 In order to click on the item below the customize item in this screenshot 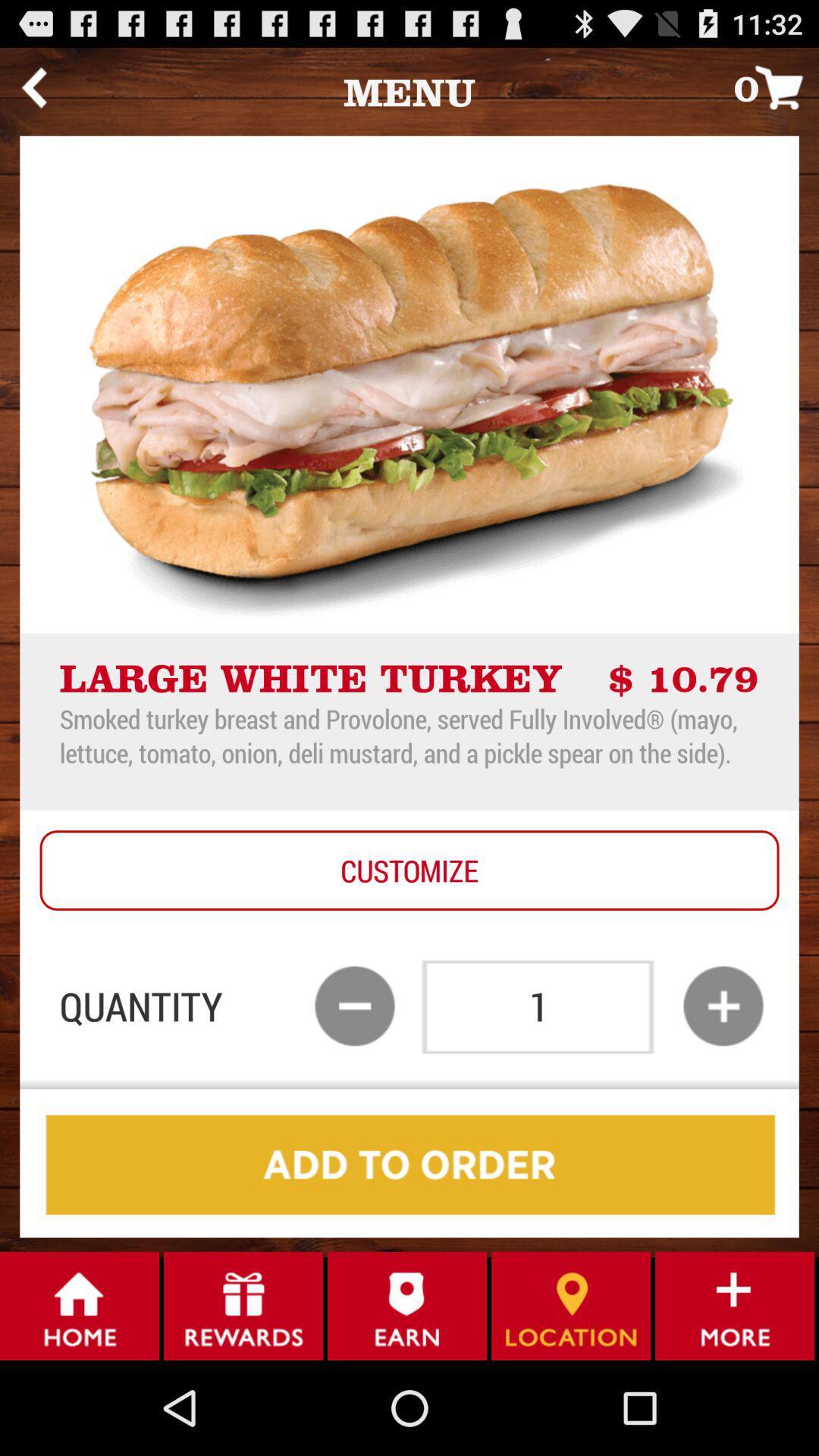, I will do `click(354, 1006)`.